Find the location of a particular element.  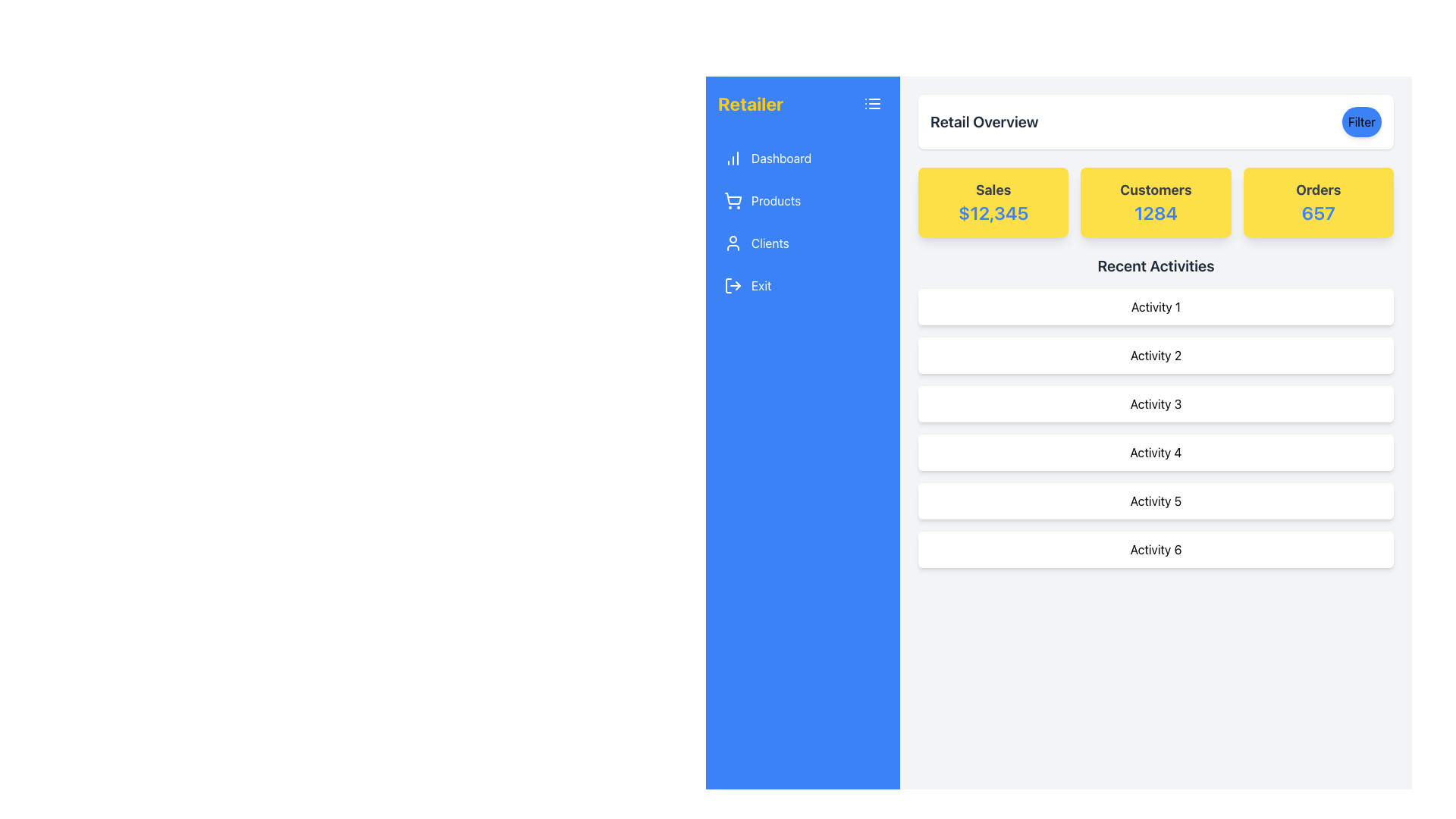

the 'Activity 6' list item located at the bottom of the 'Recent Activities' section is located at coordinates (1155, 550).